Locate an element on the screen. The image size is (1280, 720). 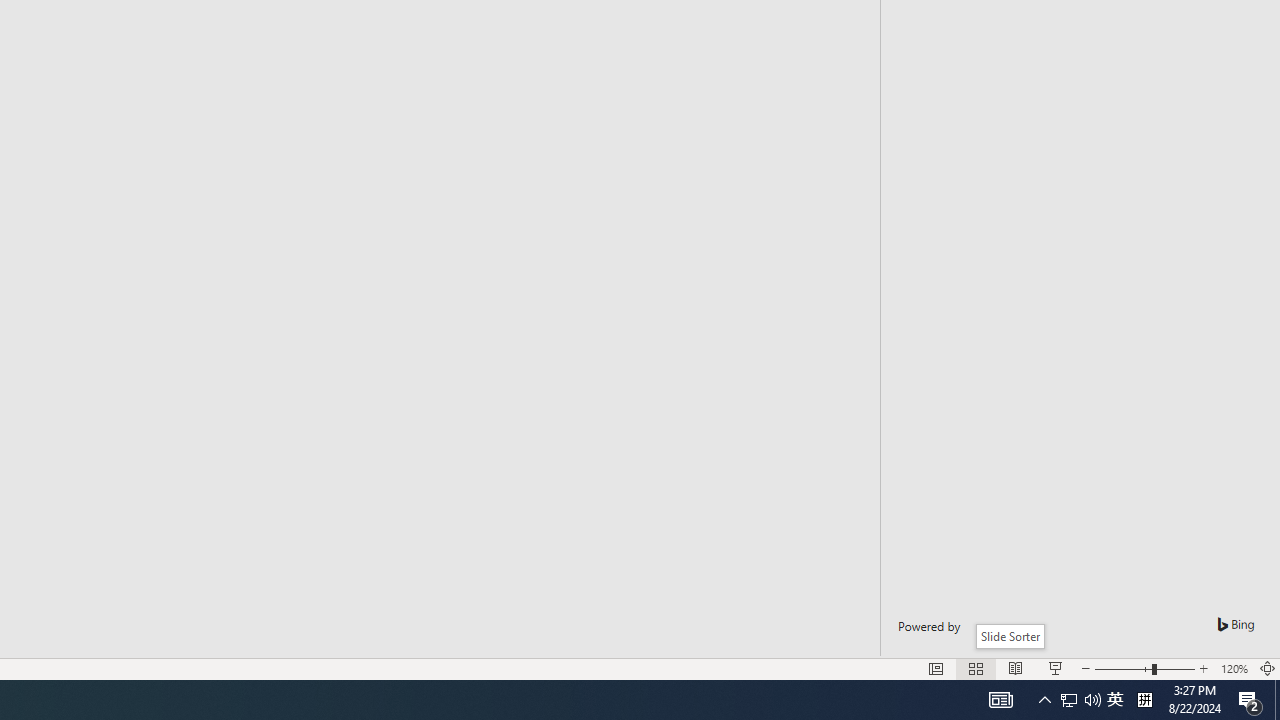
'Reading View' is located at coordinates (1015, 669).